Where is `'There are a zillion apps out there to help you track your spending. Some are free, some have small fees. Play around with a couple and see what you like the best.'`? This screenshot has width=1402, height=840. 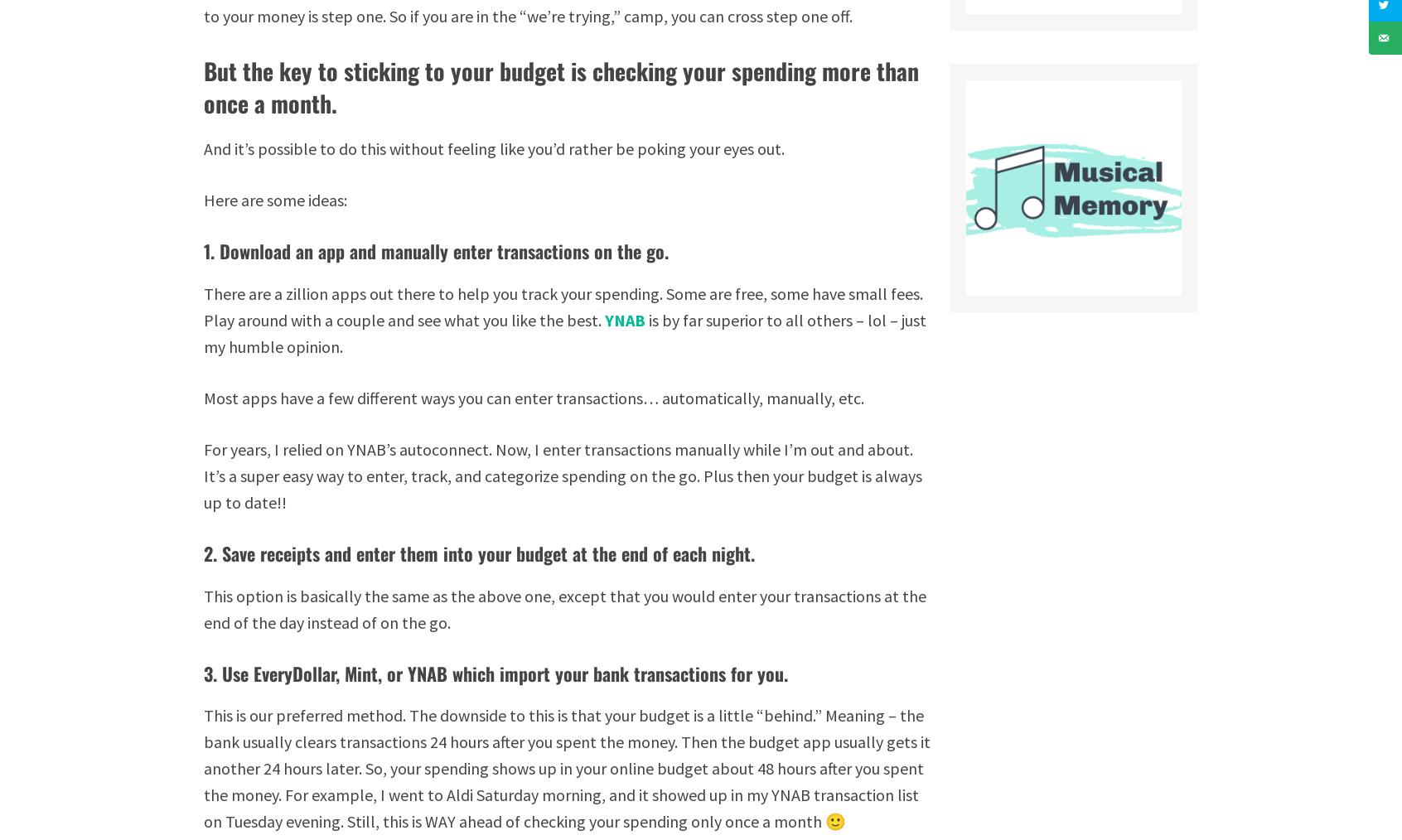 'There are a zillion apps out there to help you track your spending. Some are free, some have small fees. Play around with a couple and see what you like the best.' is located at coordinates (563, 305).